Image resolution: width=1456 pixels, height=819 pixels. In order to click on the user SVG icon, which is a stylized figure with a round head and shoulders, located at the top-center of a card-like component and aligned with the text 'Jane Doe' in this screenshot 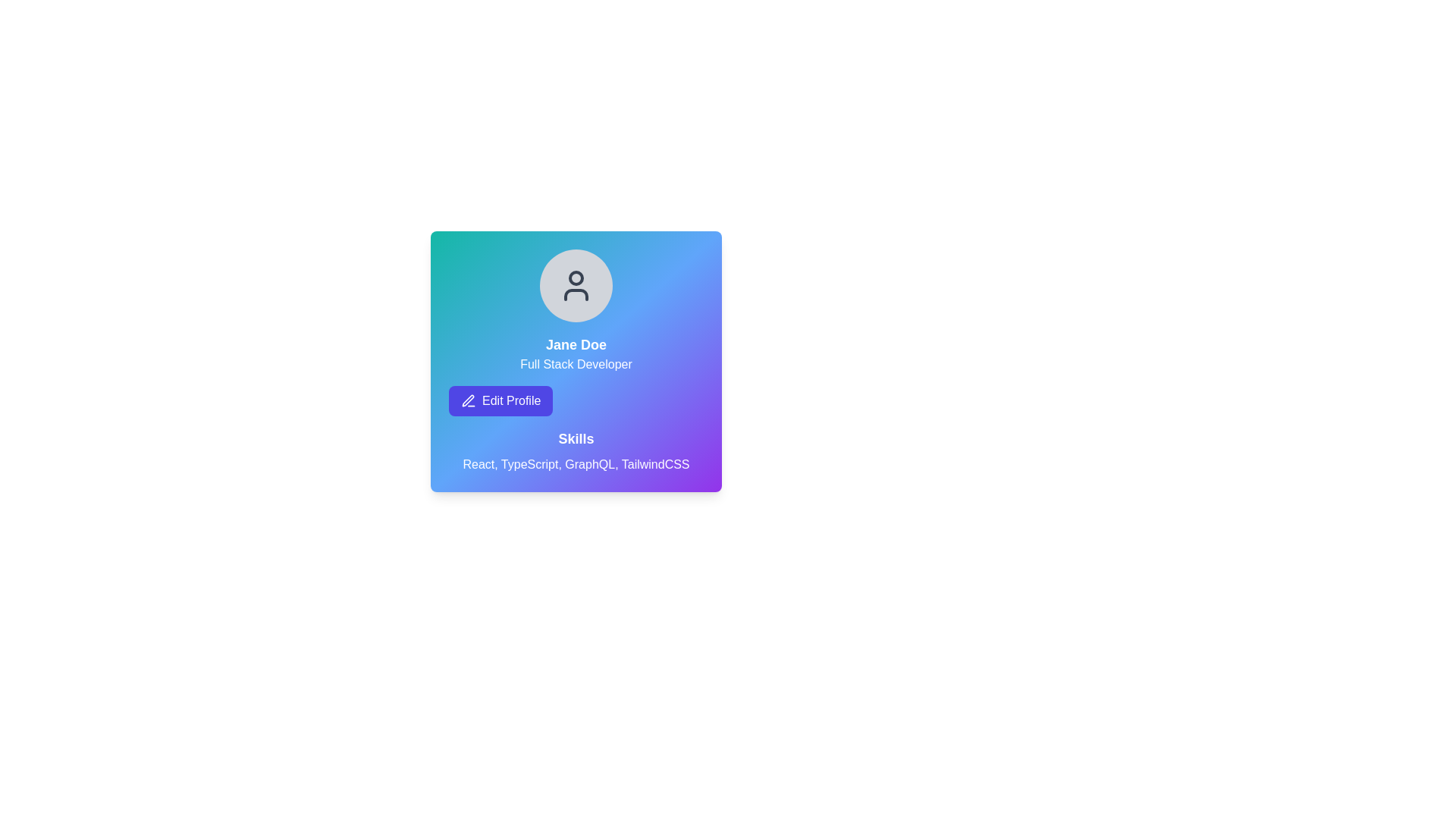, I will do `click(575, 286)`.